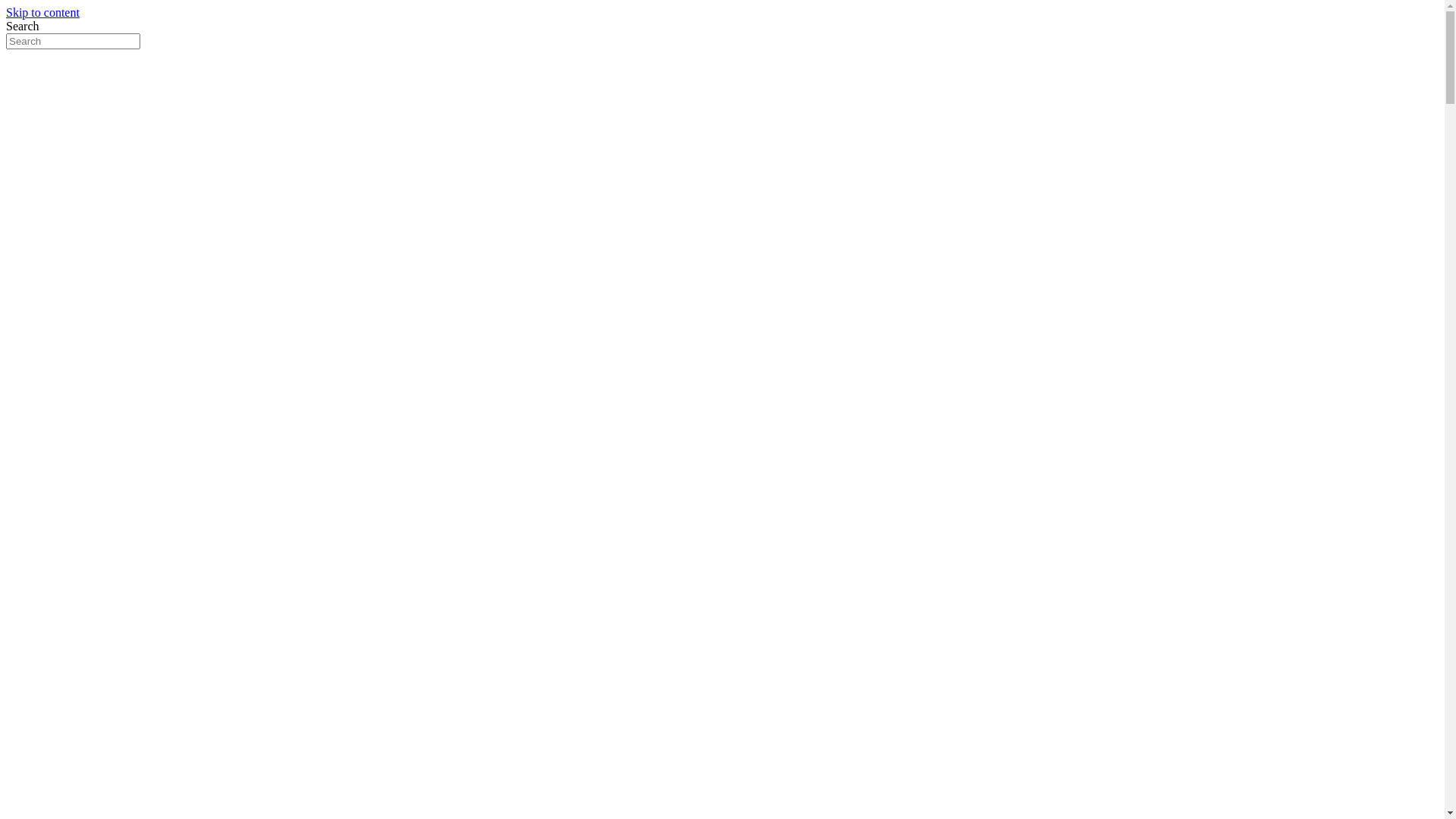 The image size is (1456, 819). What do you see at coordinates (42, 12) in the screenshot?
I see `'Skip to content'` at bounding box center [42, 12].